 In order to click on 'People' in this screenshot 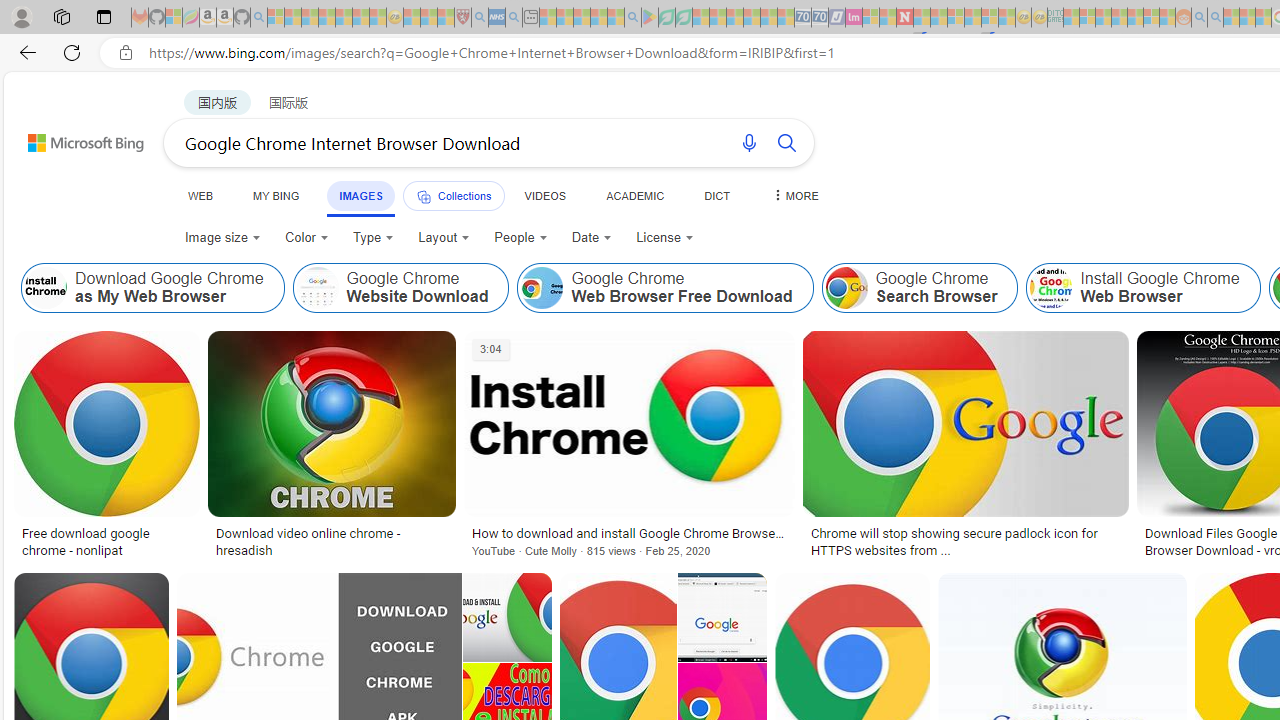, I will do `click(521, 236)`.